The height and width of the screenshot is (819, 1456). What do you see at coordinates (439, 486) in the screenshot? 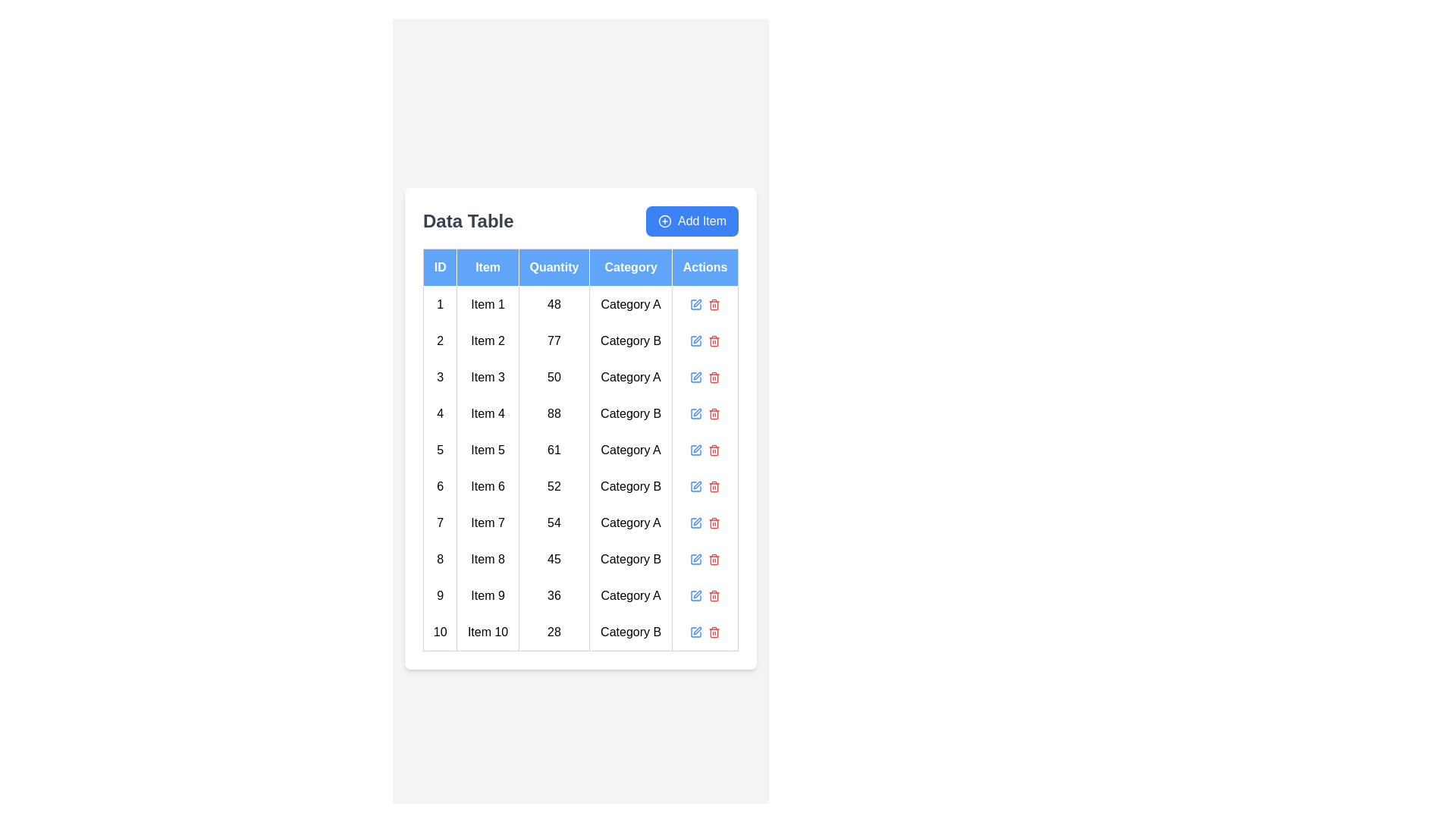
I see `the Table Cell` at bounding box center [439, 486].